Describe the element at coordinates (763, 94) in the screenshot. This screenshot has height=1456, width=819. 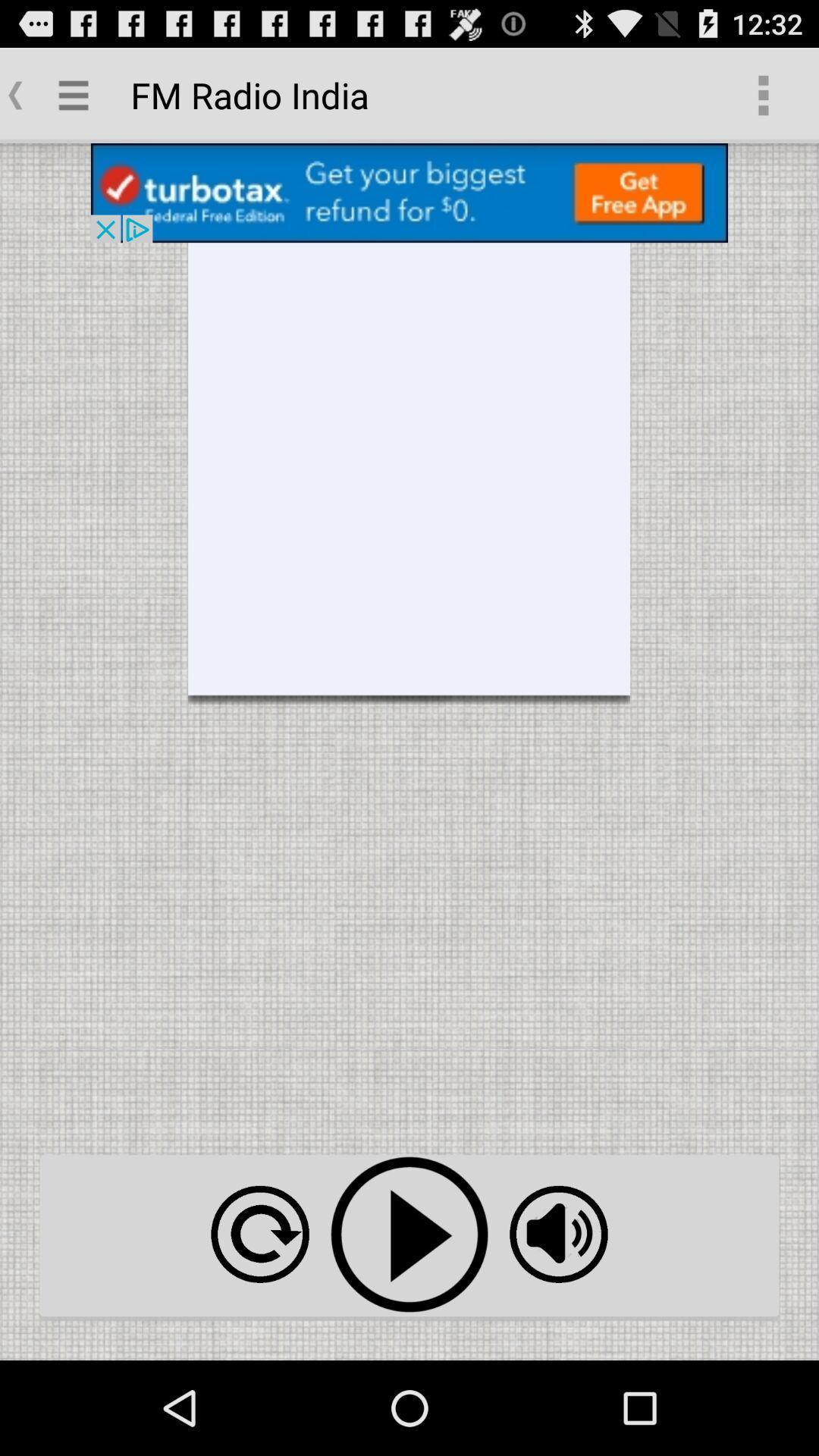
I see `the item next to fm radio india` at that location.